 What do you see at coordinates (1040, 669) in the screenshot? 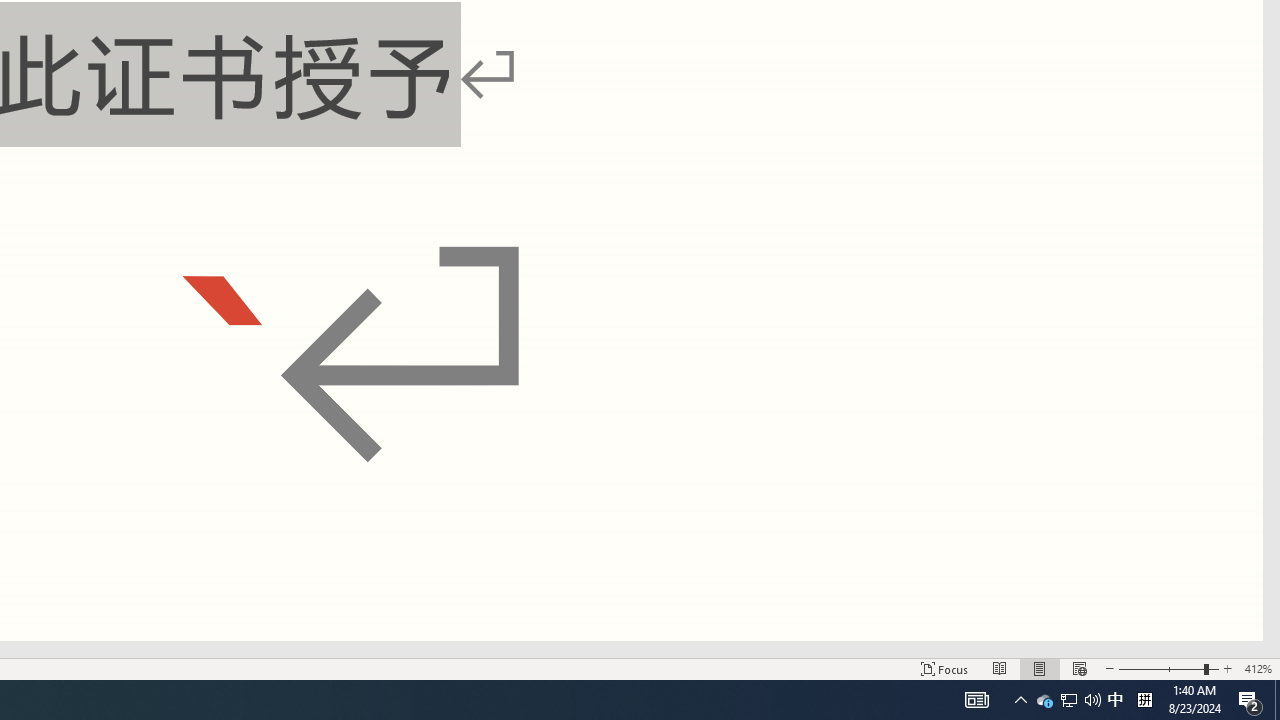
I see `'Print Layout'` at bounding box center [1040, 669].